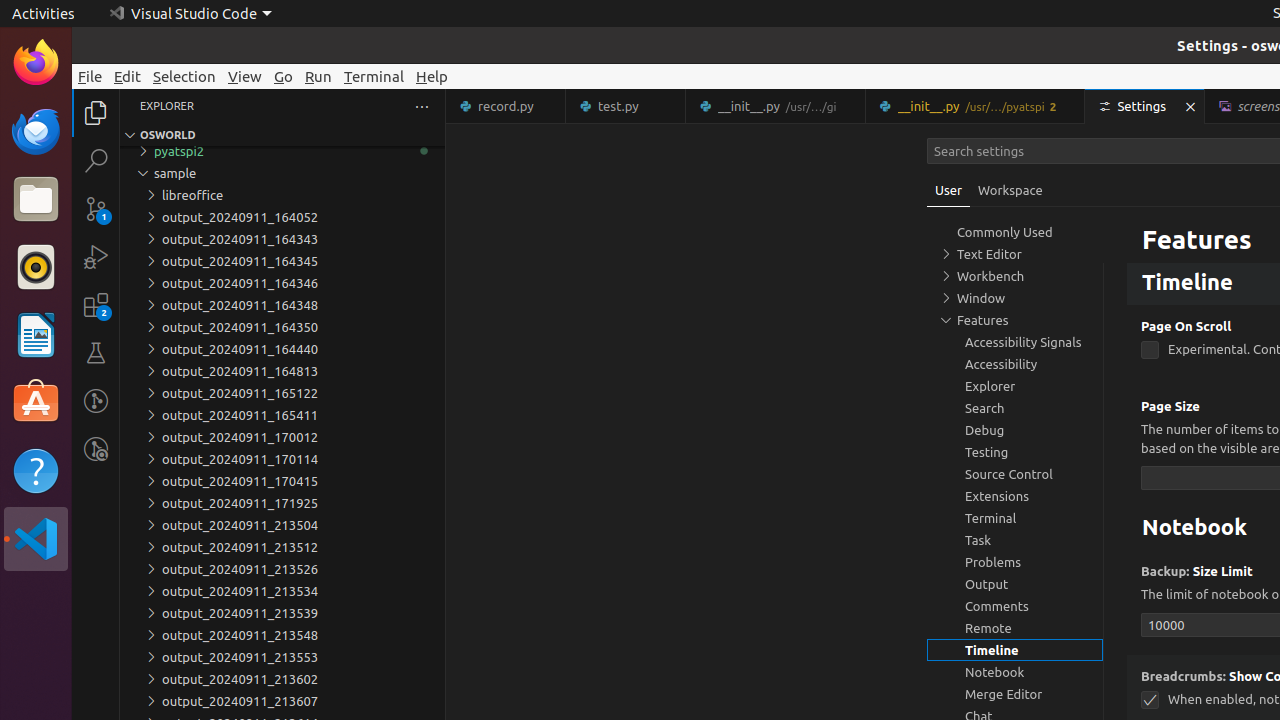 The width and height of the screenshot is (1280, 720). What do you see at coordinates (281, 657) in the screenshot?
I see `'output_20240911_213553'` at bounding box center [281, 657].